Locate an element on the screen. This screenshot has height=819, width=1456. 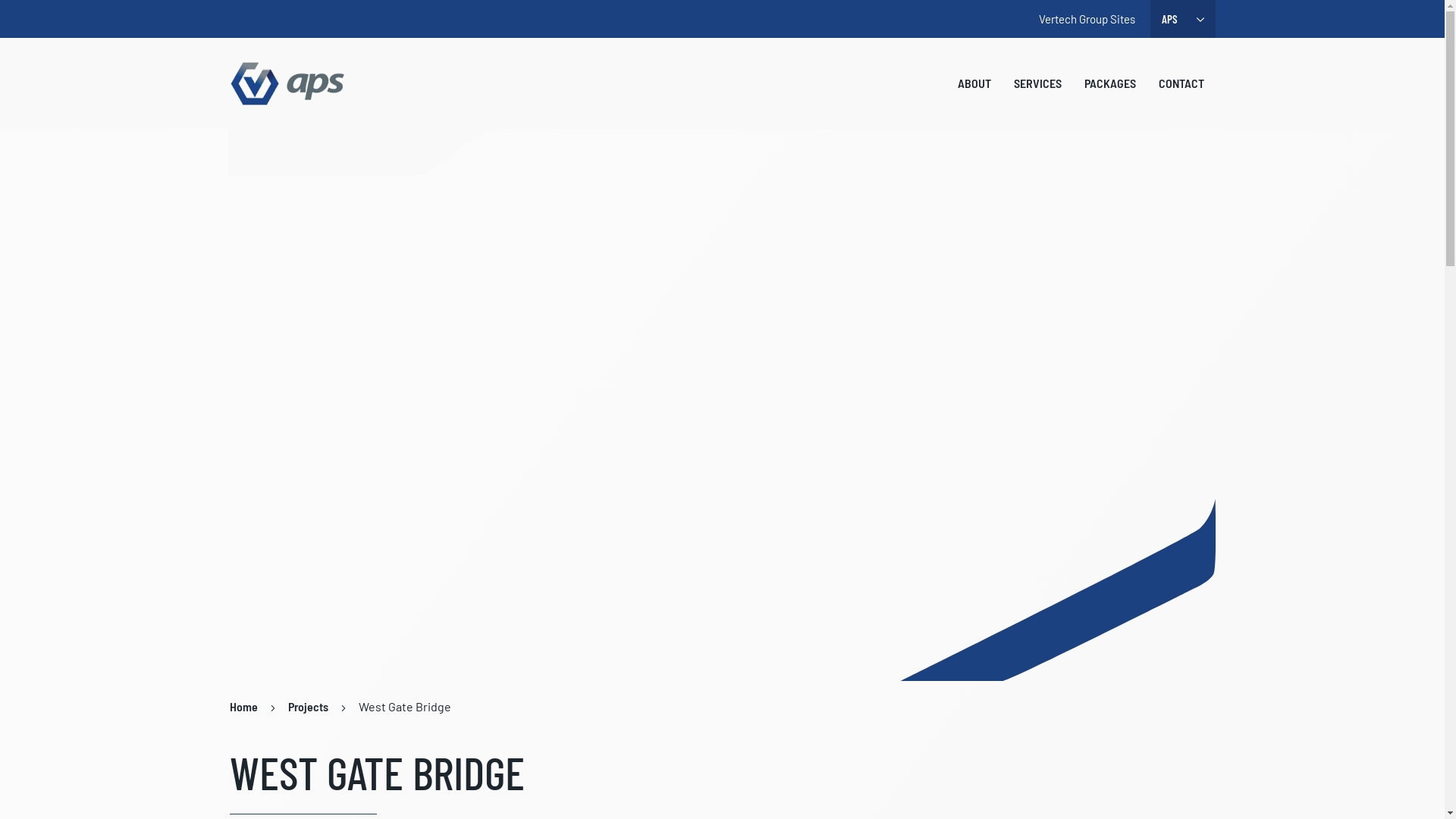
'CONTACT' is located at coordinates (1179, 83).